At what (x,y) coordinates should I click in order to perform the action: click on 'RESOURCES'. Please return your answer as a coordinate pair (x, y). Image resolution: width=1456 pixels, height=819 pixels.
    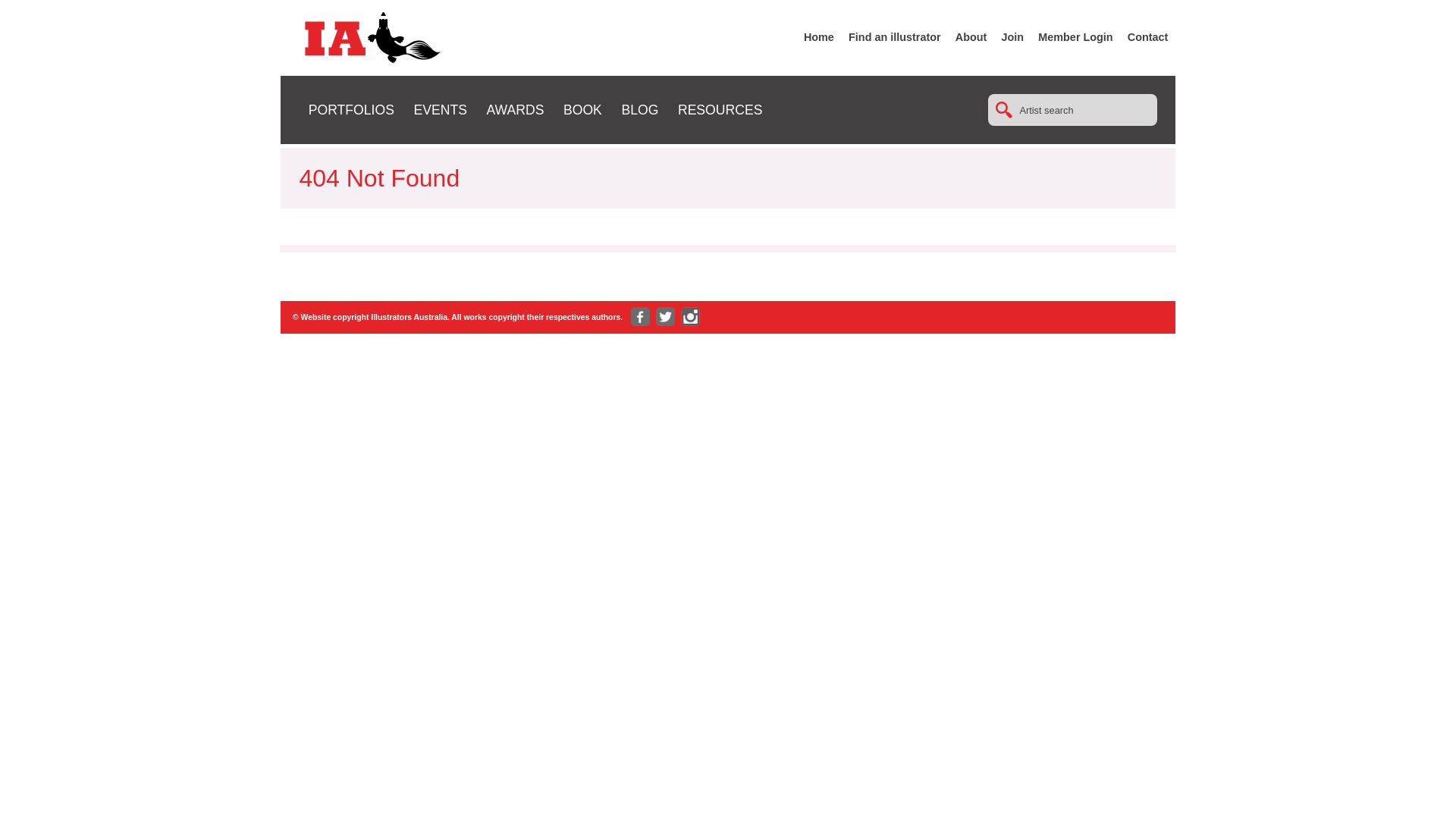
    Looking at the image, I should click on (719, 109).